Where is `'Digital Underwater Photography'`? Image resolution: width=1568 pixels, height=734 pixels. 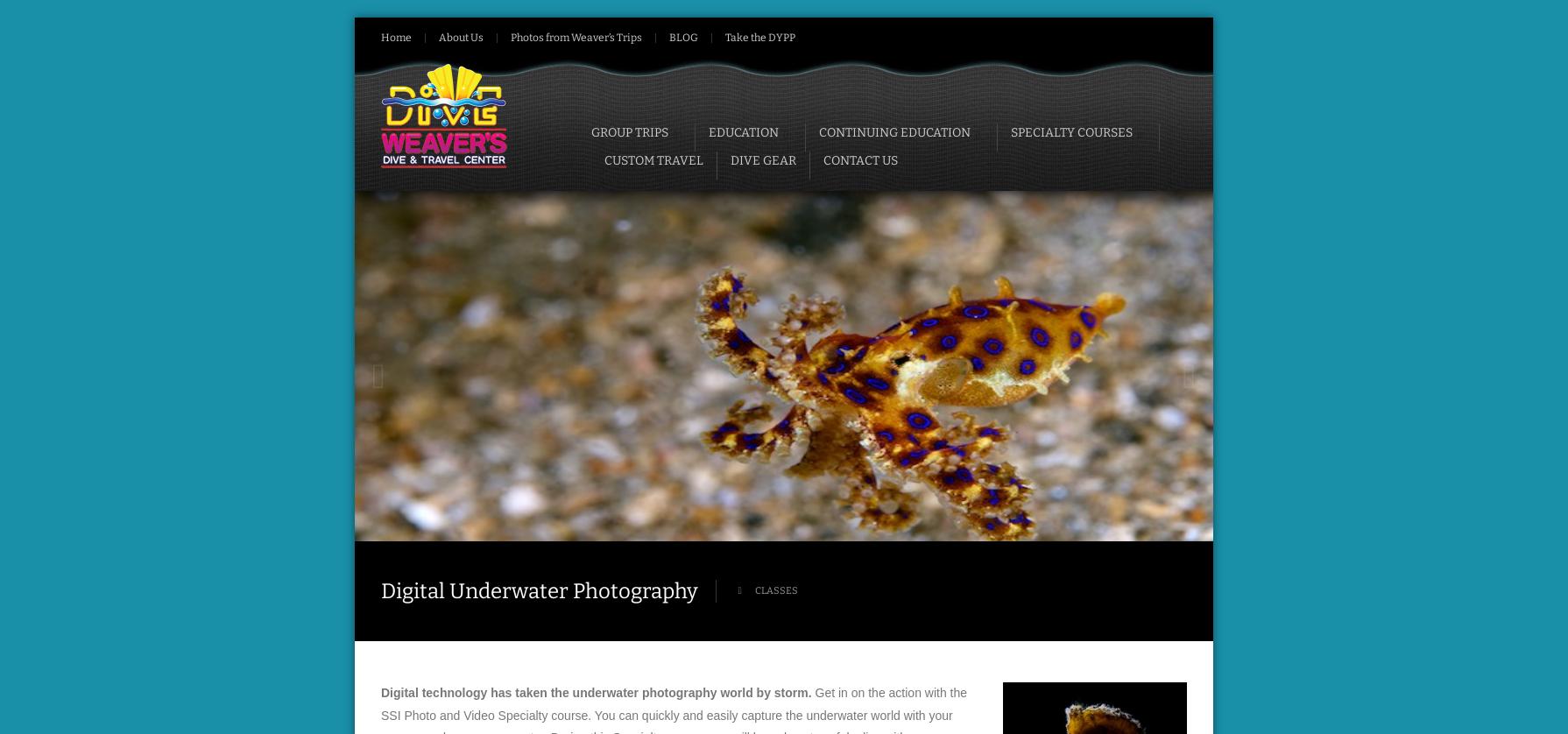
'Digital Underwater Photography' is located at coordinates (538, 590).